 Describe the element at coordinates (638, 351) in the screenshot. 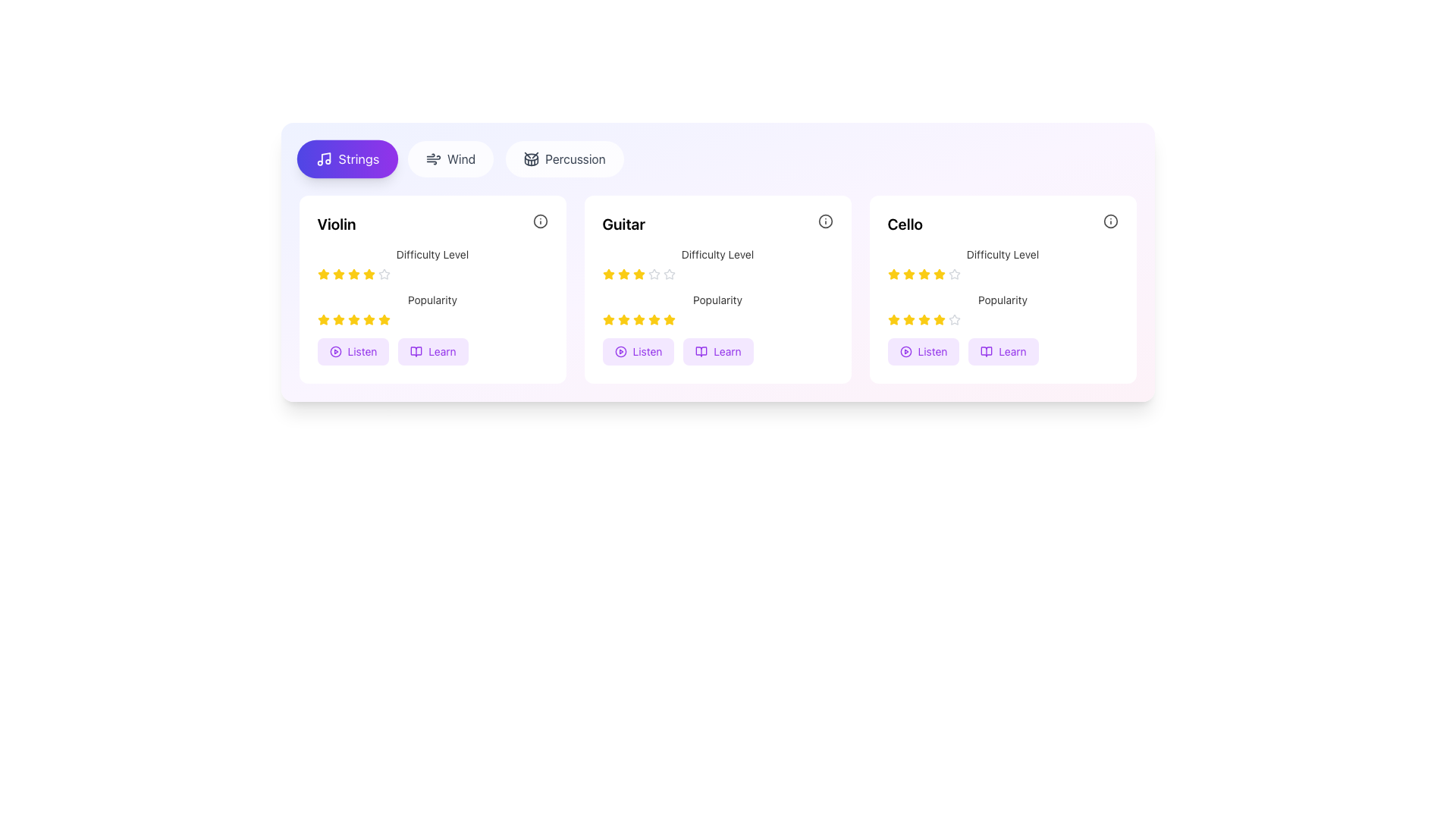

I see `the 'Listen' button with a purple background located in the 'Guitar' section` at that location.